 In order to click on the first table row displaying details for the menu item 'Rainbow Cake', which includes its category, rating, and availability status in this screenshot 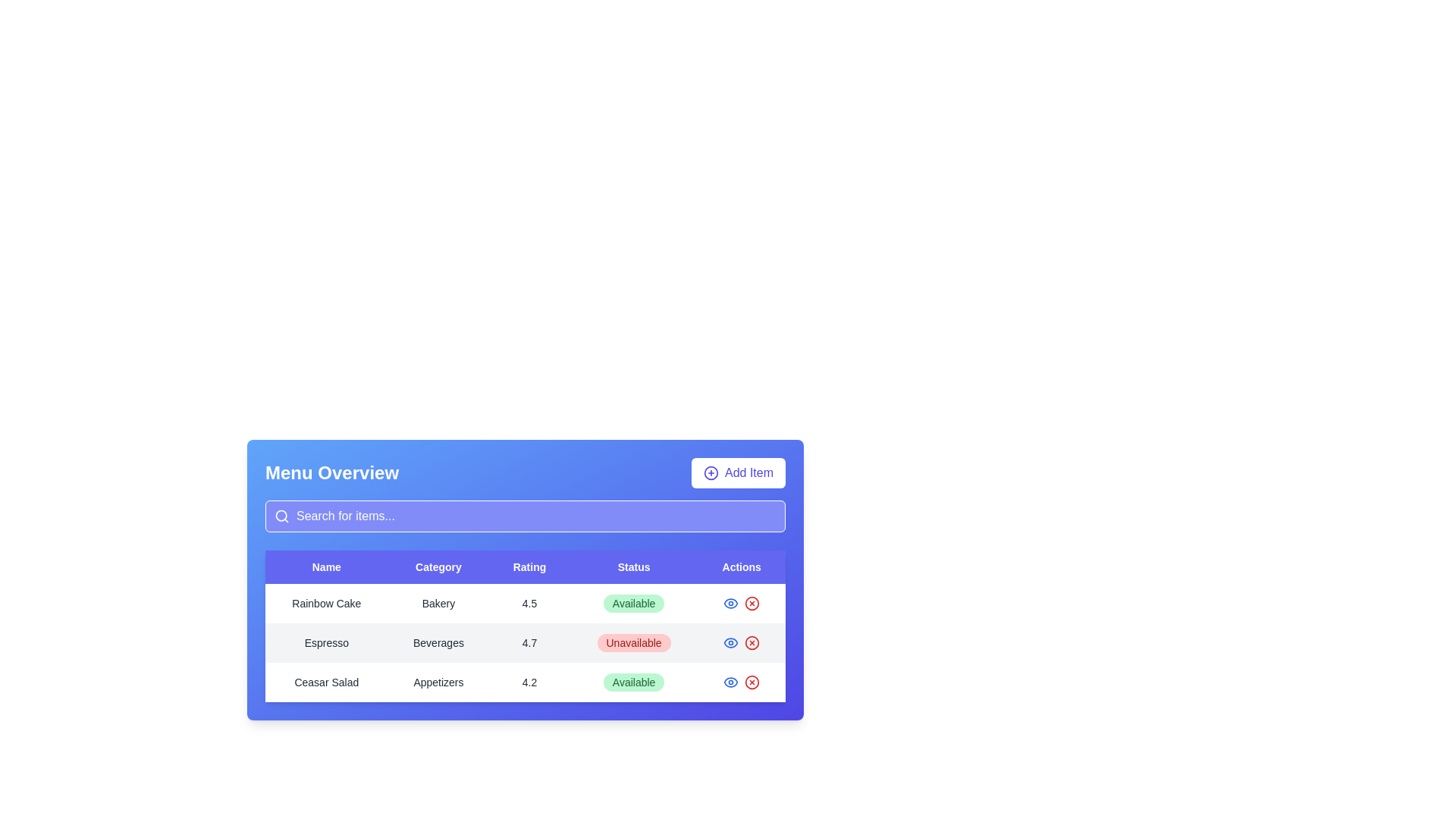, I will do `click(525, 602)`.